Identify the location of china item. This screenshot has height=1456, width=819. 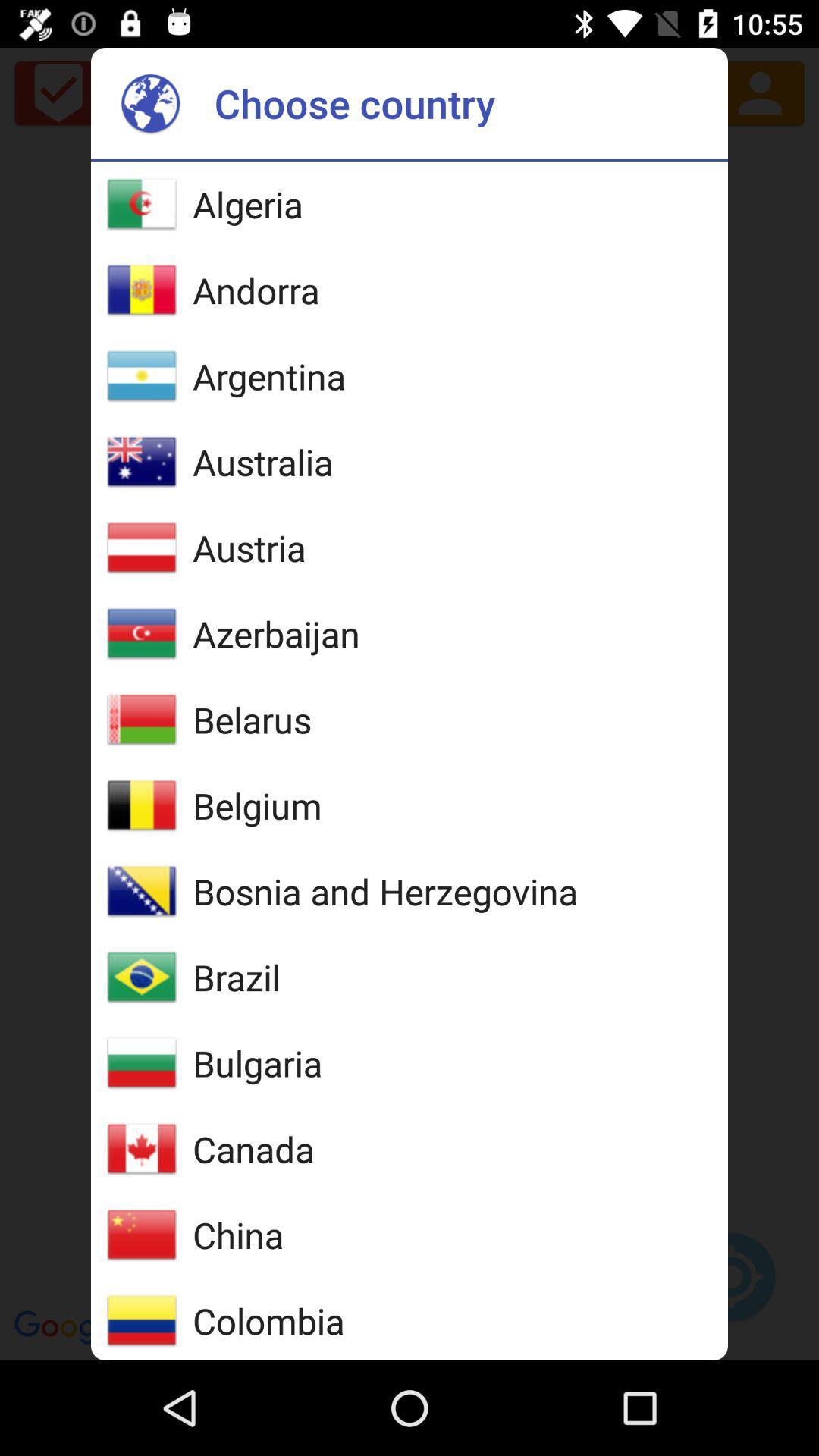
(238, 1235).